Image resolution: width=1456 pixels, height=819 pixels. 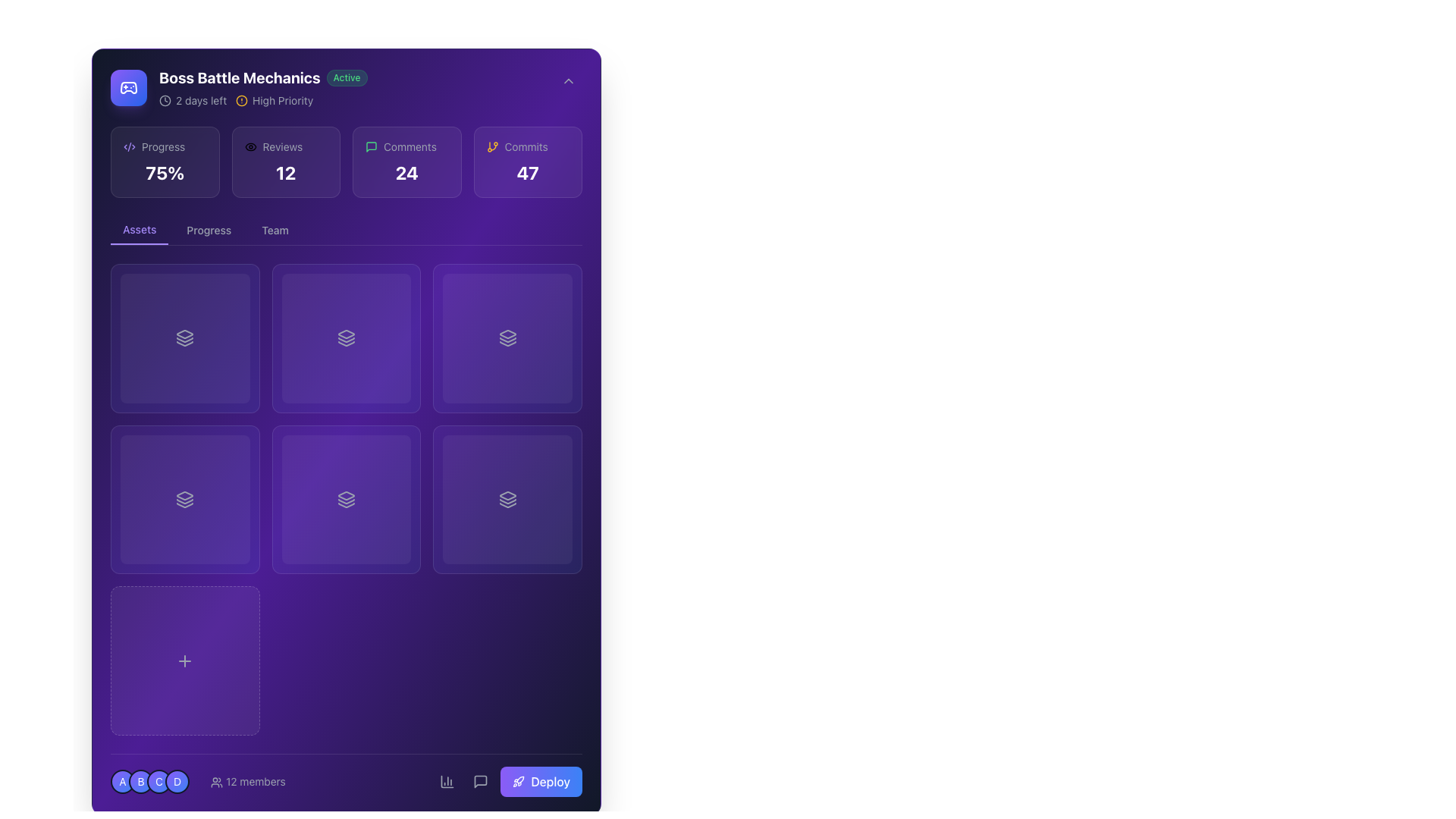 What do you see at coordinates (184, 337) in the screenshot?
I see `the icon styled with a gradient background, displaying a layered stack symbol in white, located in the top-left slot of a 2x3 grid layout` at bounding box center [184, 337].